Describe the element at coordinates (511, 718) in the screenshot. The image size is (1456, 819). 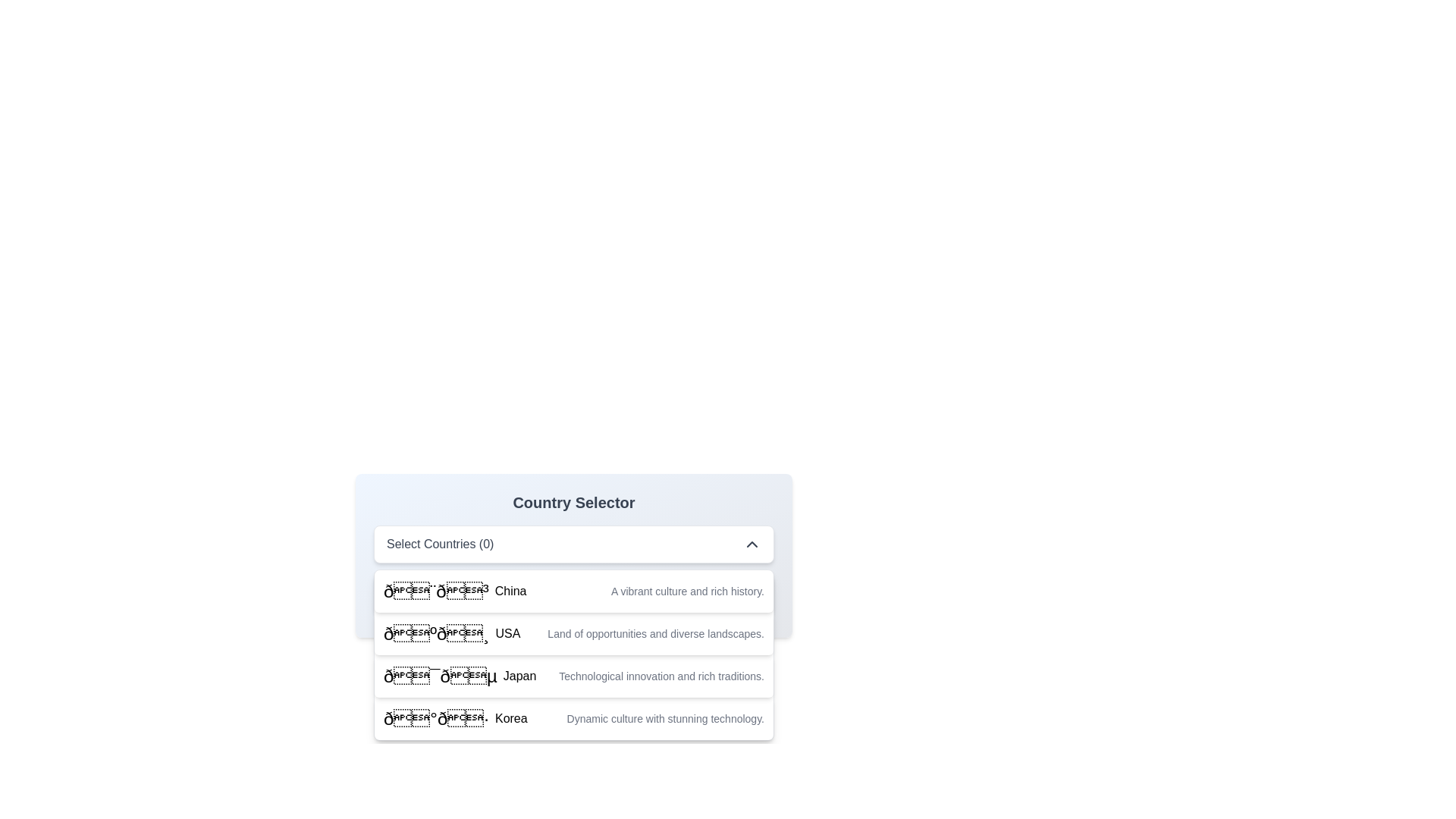
I see `text label displaying the name 'Korea' in the dropdown list under the 'Country Selector' title` at that location.